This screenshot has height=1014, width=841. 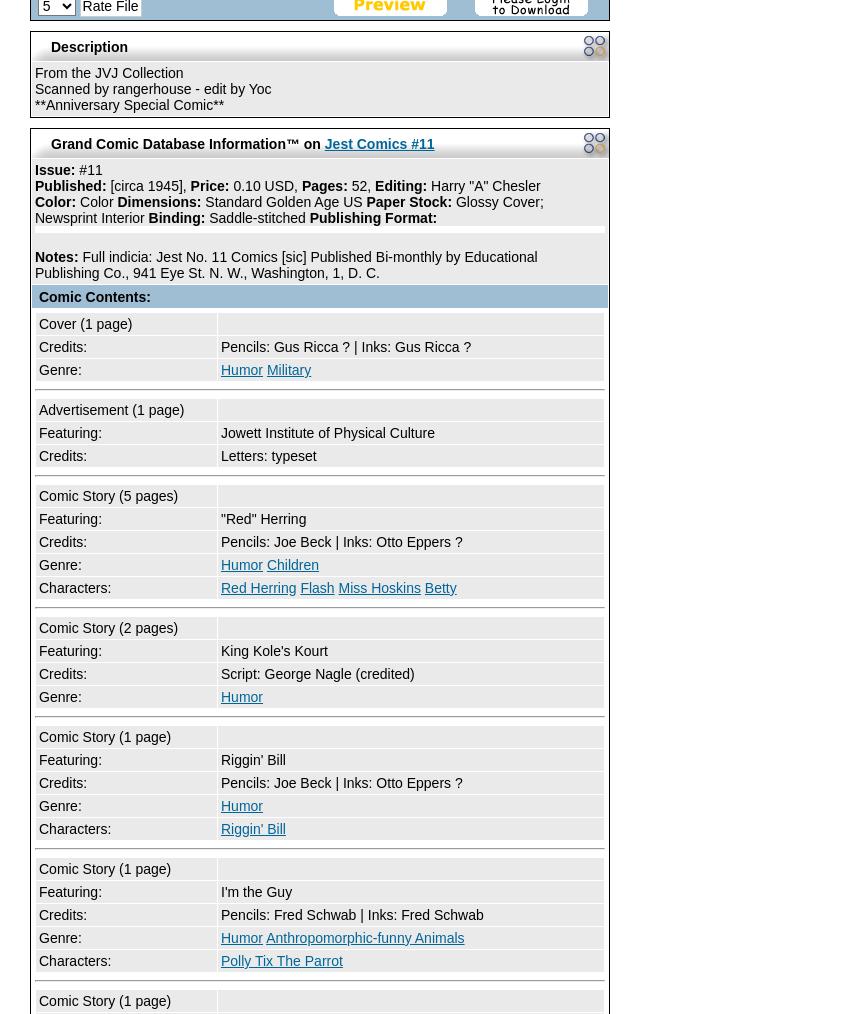 I want to click on 'Scanned by rangerhouse - edit by Yoc', so click(x=151, y=89).